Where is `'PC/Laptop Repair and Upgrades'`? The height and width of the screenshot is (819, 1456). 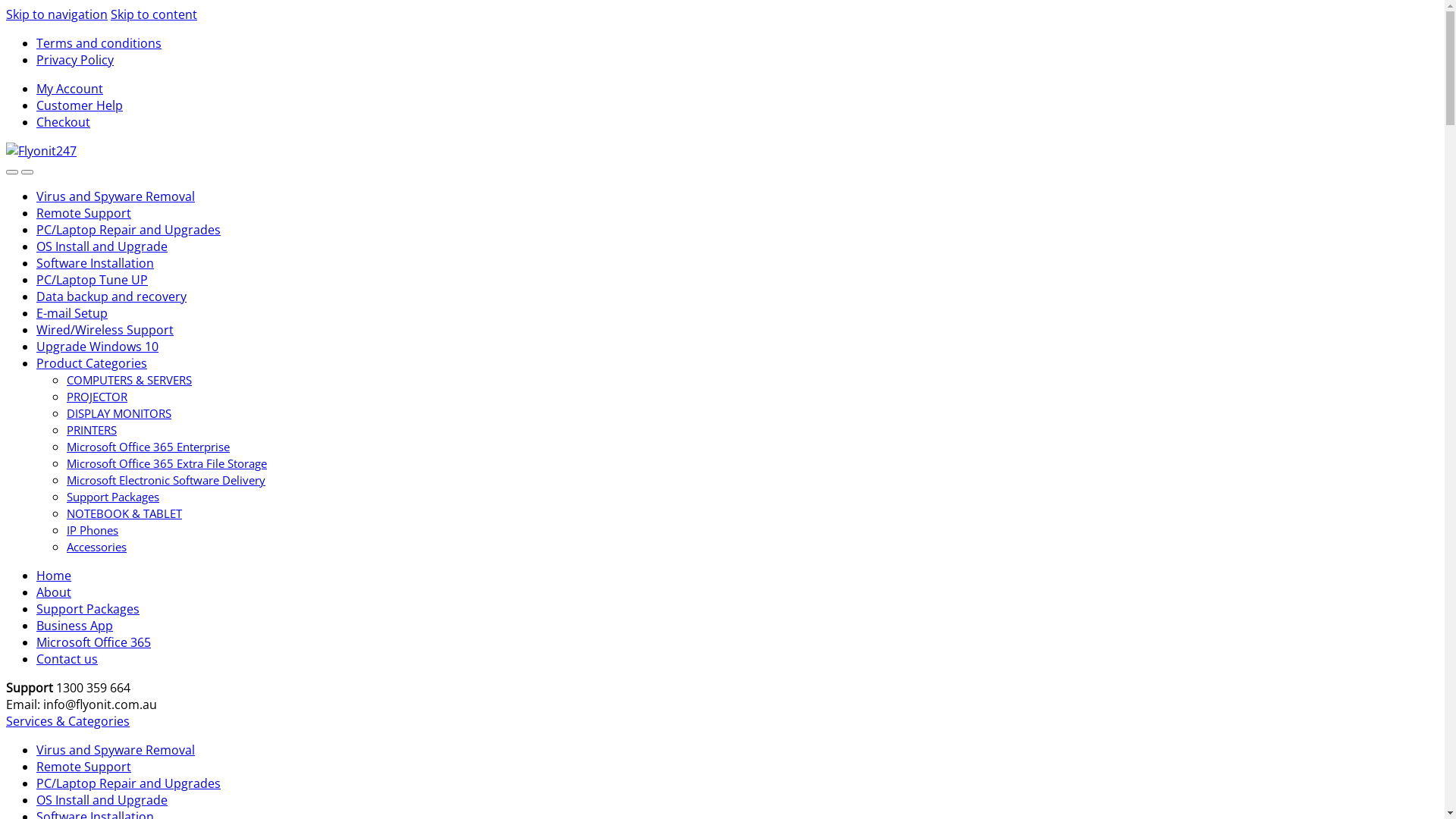 'PC/Laptop Repair and Upgrades' is located at coordinates (128, 783).